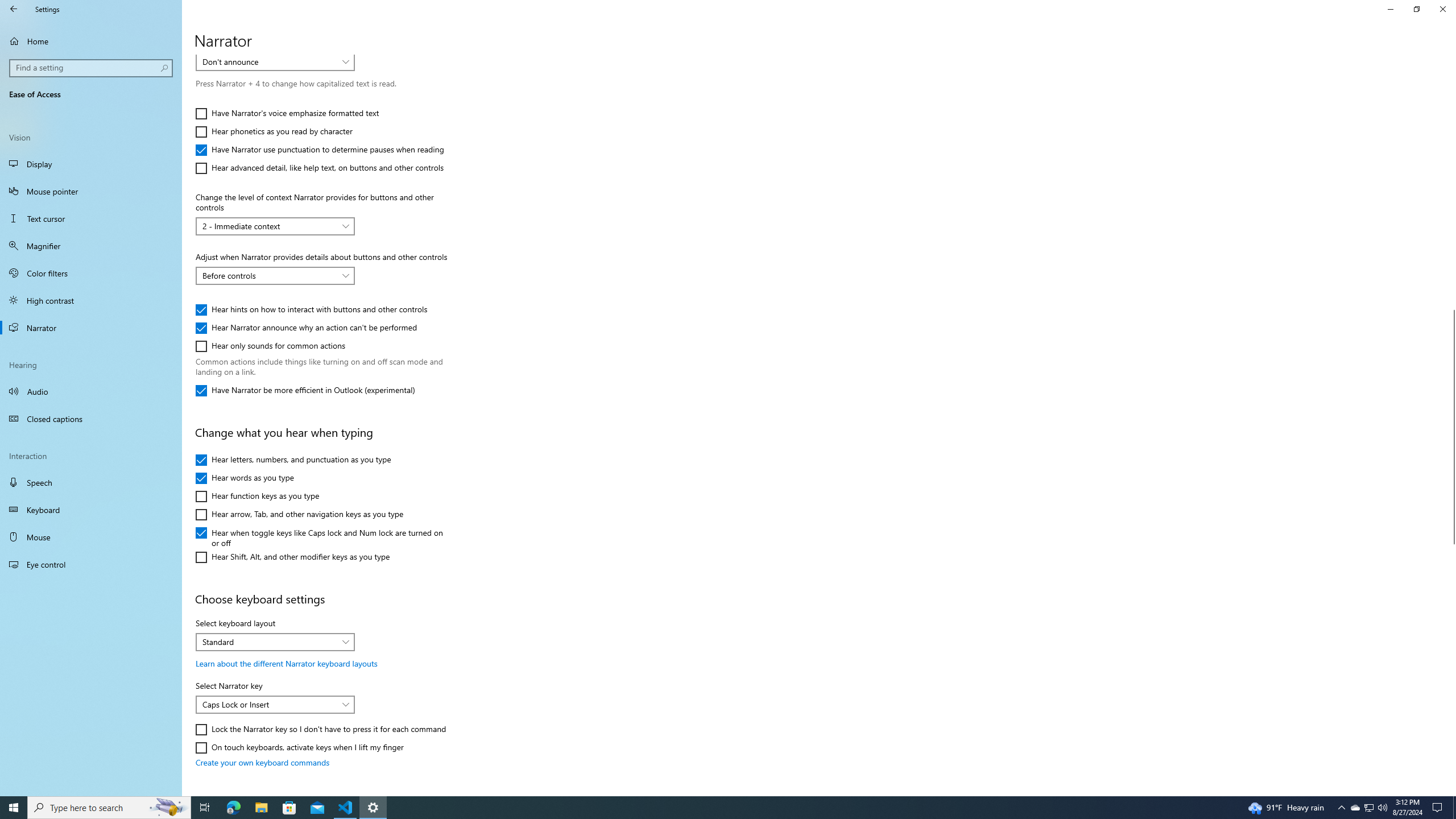 Image resolution: width=1456 pixels, height=819 pixels. Describe the element at coordinates (292, 556) in the screenshot. I see `'Hear Shift, Alt, and other modifier keys as you type'` at that location.